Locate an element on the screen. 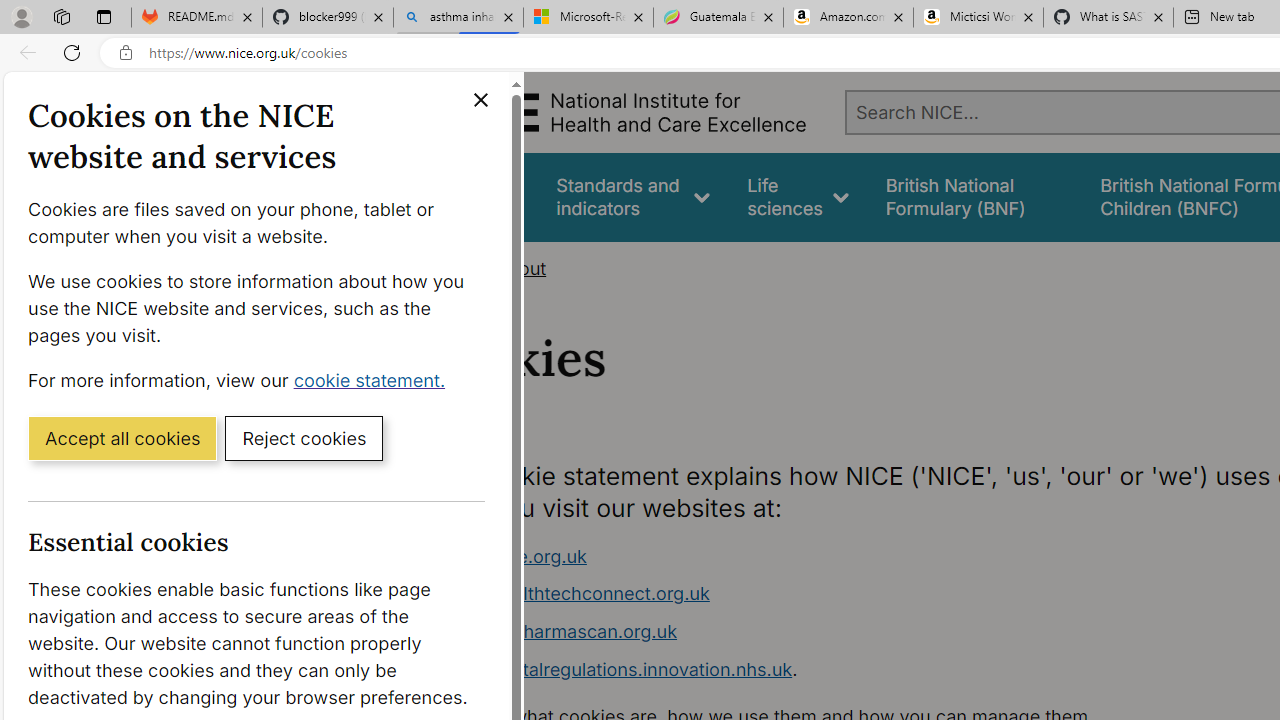  'Home>' is located at coordinates (455, 268).